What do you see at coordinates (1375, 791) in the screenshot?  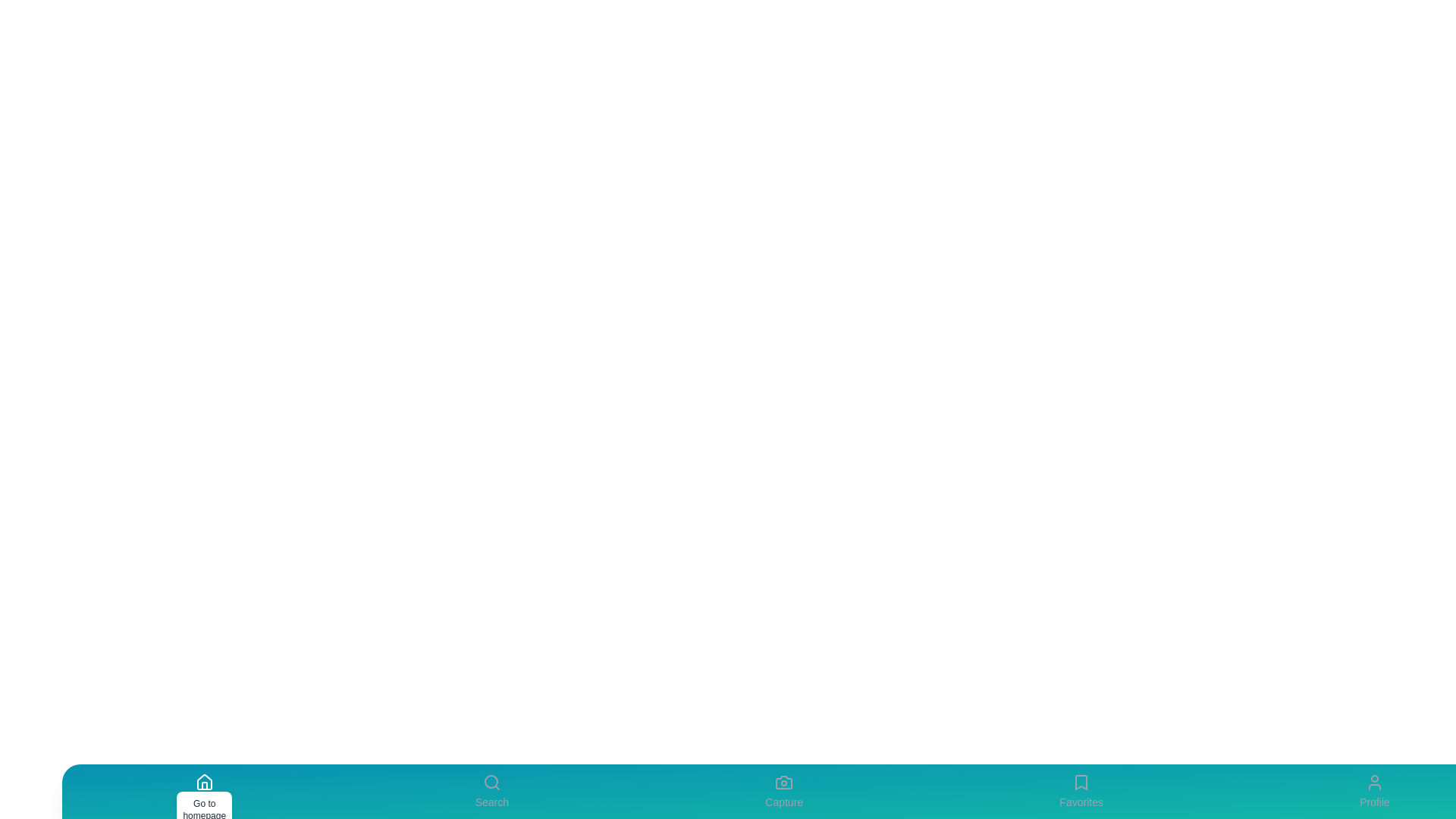 I see `the Profile tab to navigate to its section` at bounding box center [1375, 791].